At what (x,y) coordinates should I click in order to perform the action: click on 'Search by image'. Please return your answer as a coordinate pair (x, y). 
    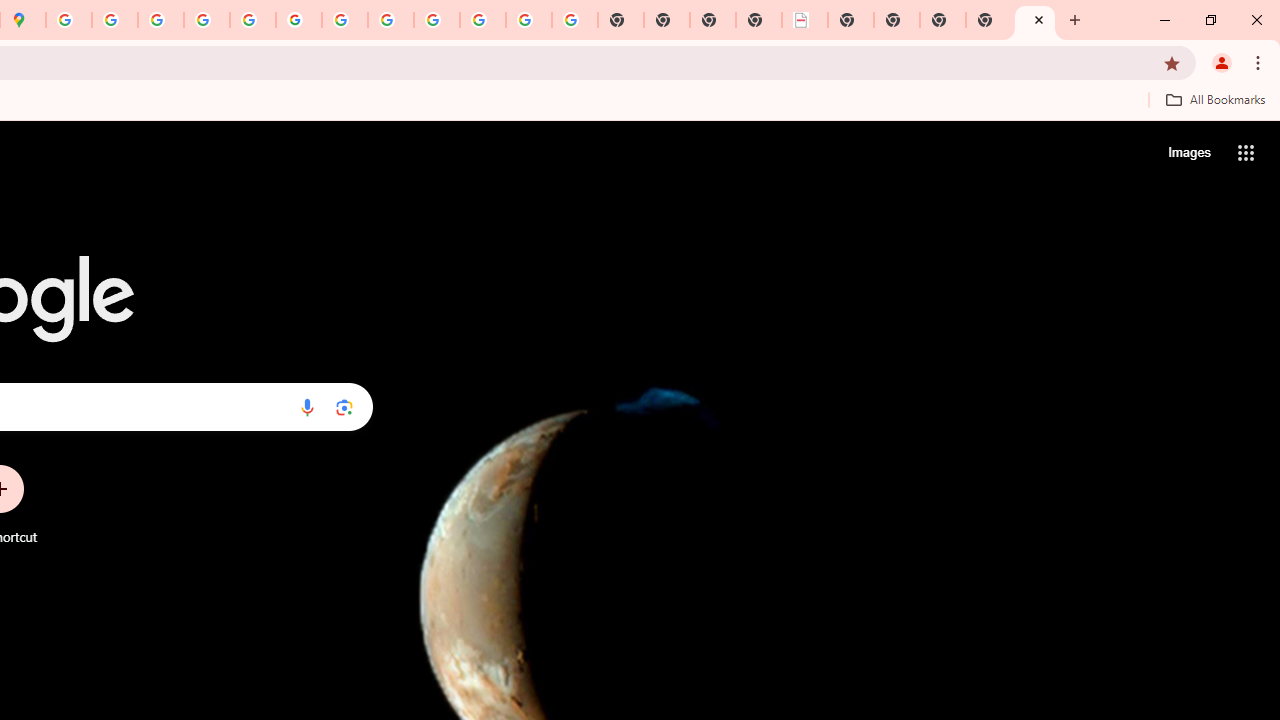
    Looking at the image, I should click on (344, 406).